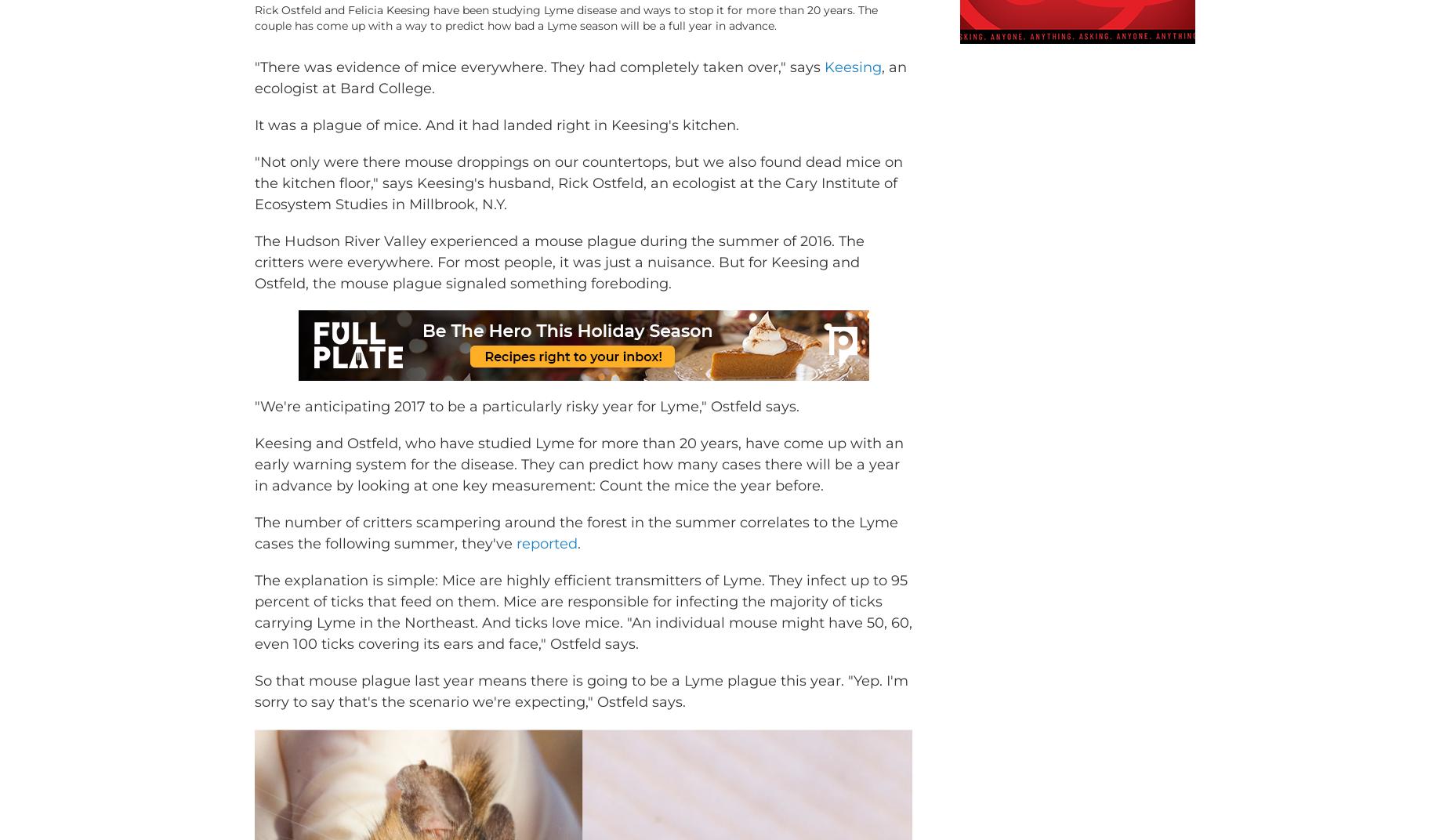  Describe the element at coordinates (347, 9) in the screenshot. I see `'/ Stephen Reiss for NPR'` at that location.